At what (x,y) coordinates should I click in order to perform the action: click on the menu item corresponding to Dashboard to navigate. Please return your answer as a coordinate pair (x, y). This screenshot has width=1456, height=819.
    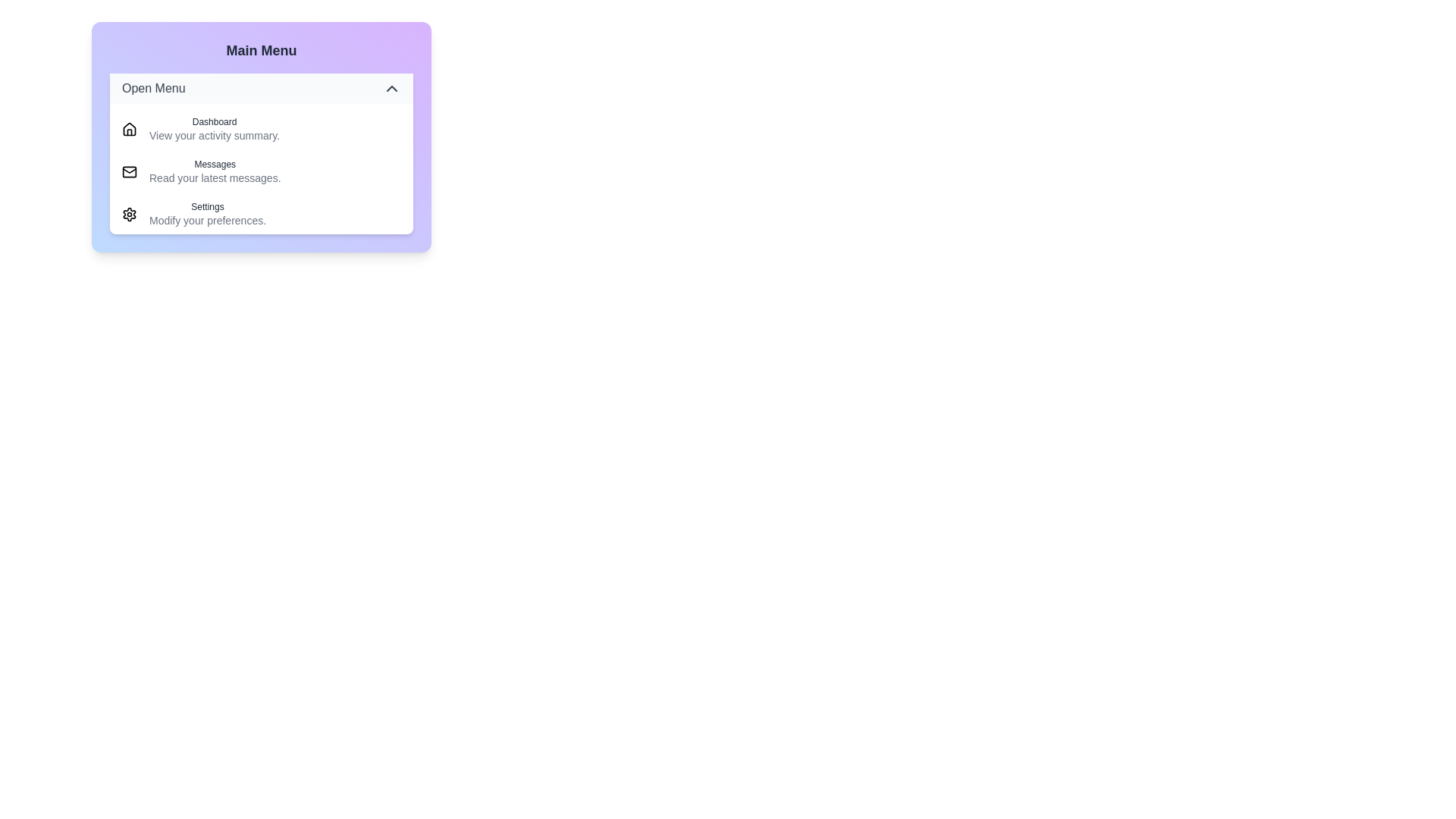
    Looking at the image, I should click on (262, 128).